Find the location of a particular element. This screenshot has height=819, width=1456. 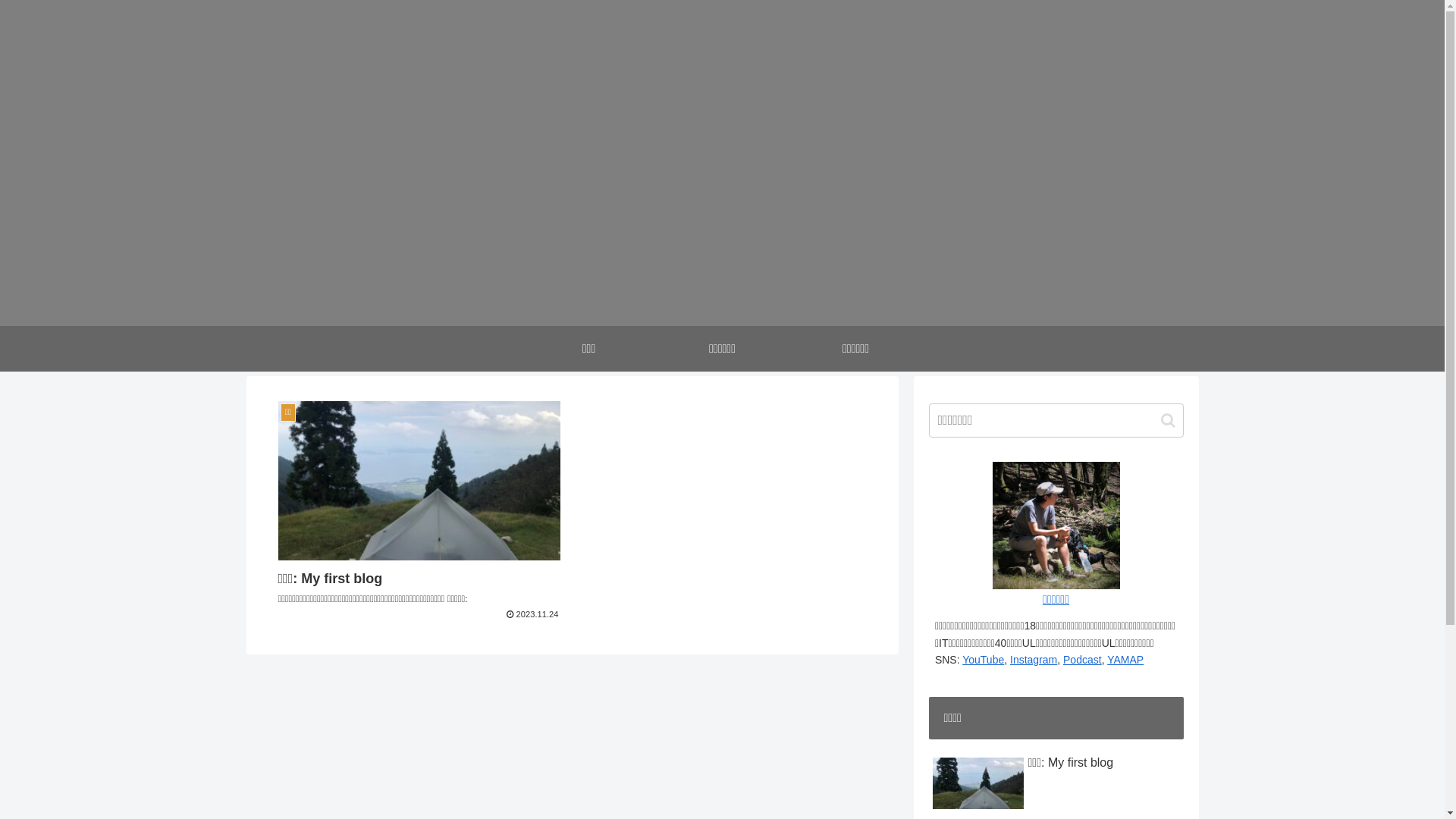

'YouTube' is located at coordinates (983, 659).